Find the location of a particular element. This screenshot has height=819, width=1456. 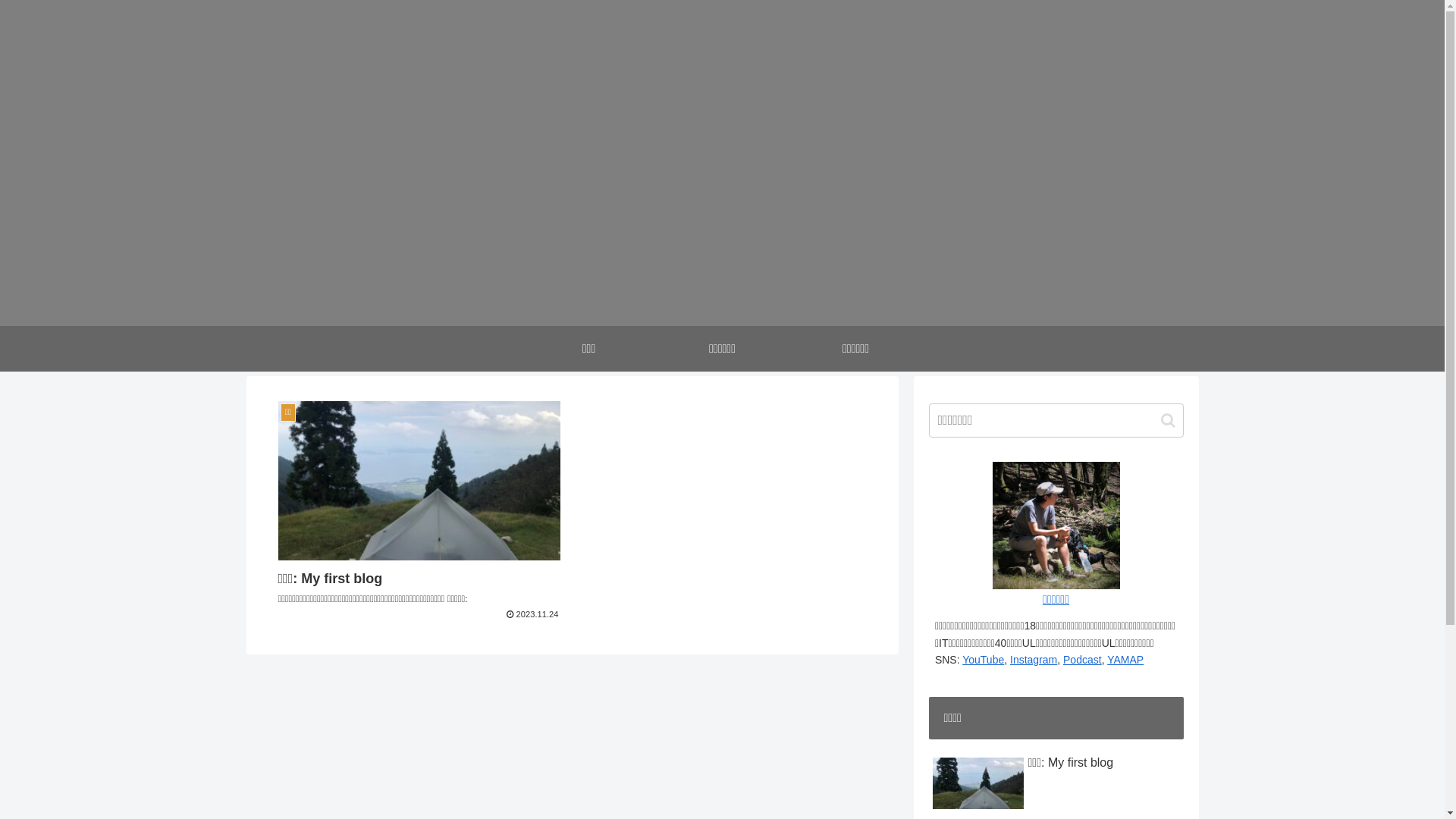

'YouTube' is located at coordinates (983, 659).